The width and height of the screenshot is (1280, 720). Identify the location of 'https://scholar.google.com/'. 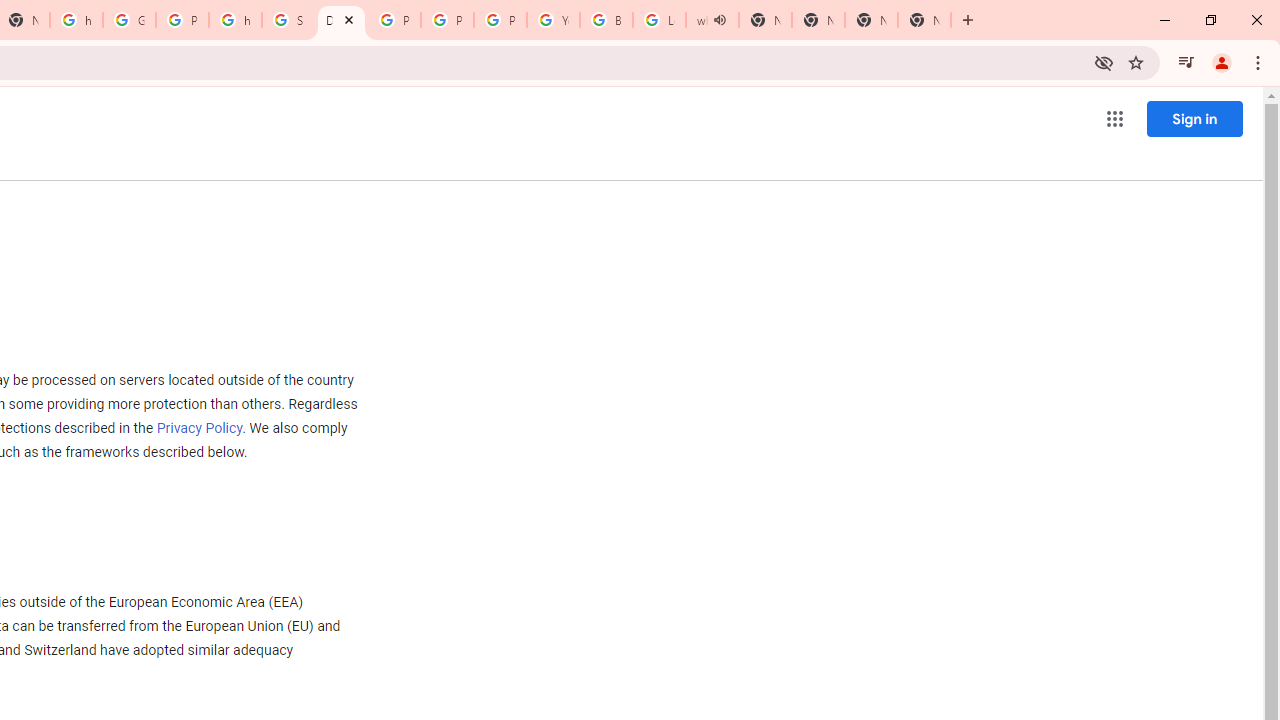
(235, 20).